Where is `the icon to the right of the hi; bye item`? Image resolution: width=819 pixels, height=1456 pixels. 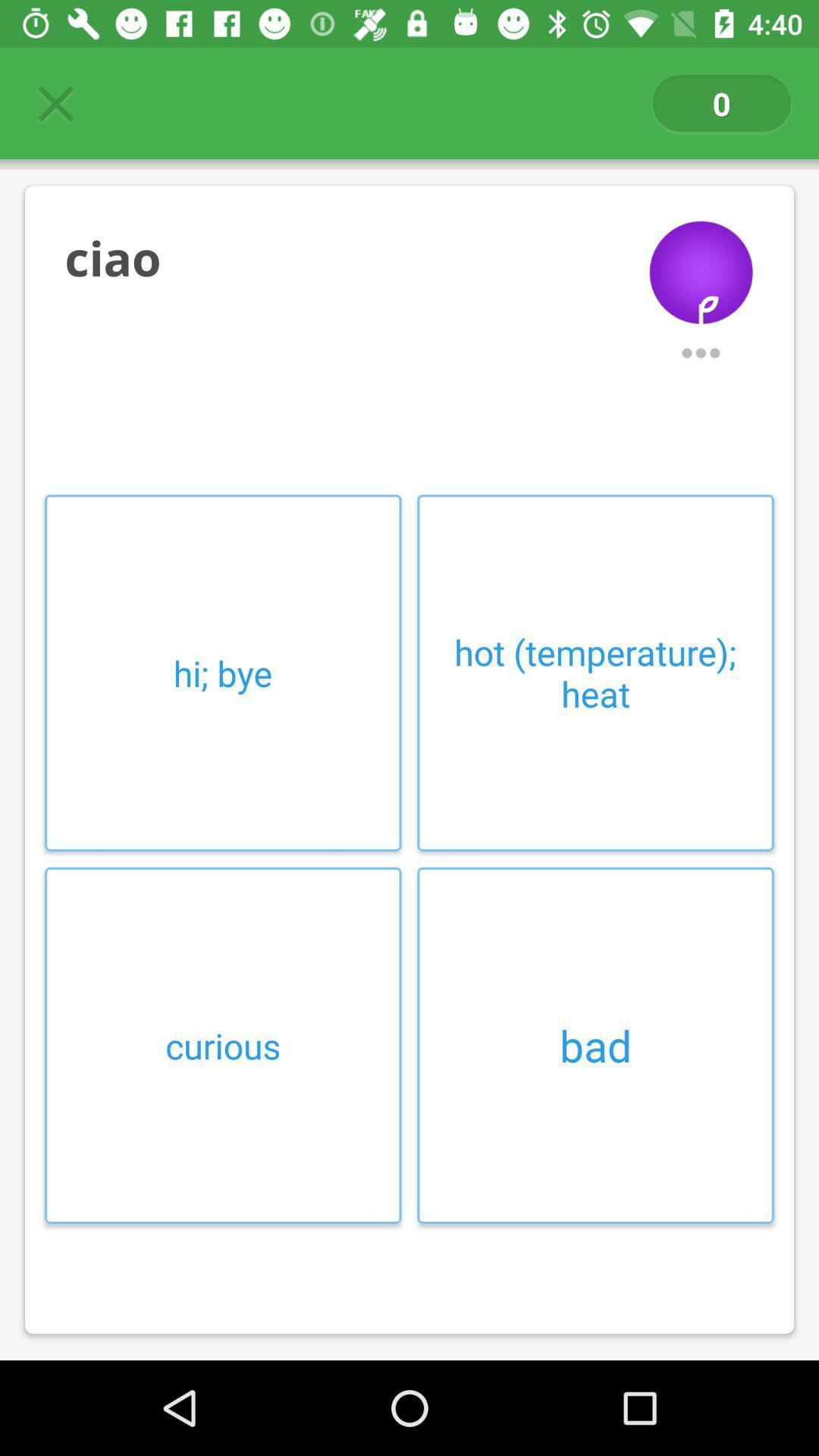
the icon to the right of the hi; bye item is located at coordinates (595, 672).